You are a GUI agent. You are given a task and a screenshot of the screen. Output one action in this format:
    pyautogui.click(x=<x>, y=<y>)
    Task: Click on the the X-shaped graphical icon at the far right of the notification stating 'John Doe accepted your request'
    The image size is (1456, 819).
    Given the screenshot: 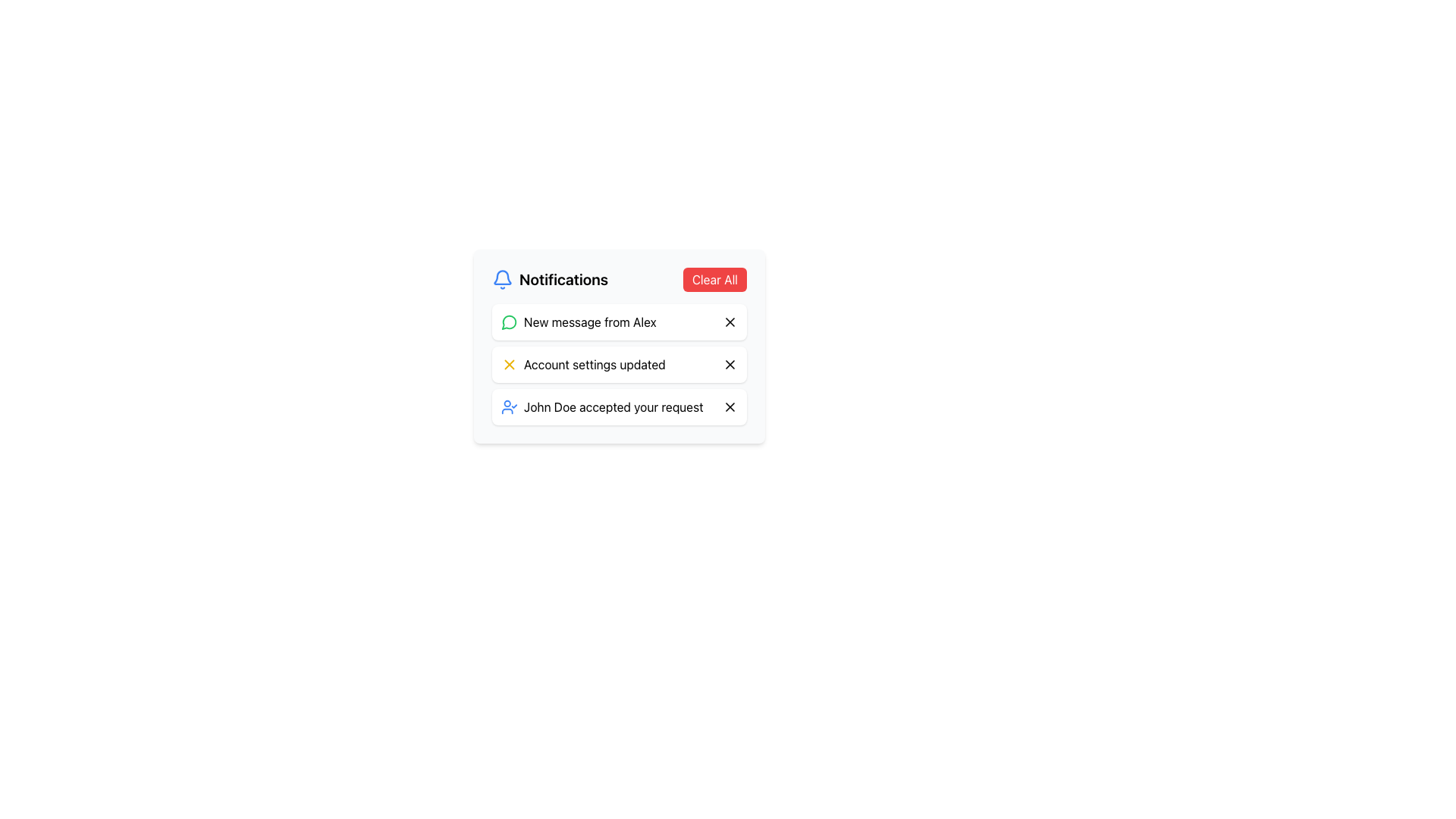 What is the action you would take?
    pyautogui.click(x=730, y=406)
    